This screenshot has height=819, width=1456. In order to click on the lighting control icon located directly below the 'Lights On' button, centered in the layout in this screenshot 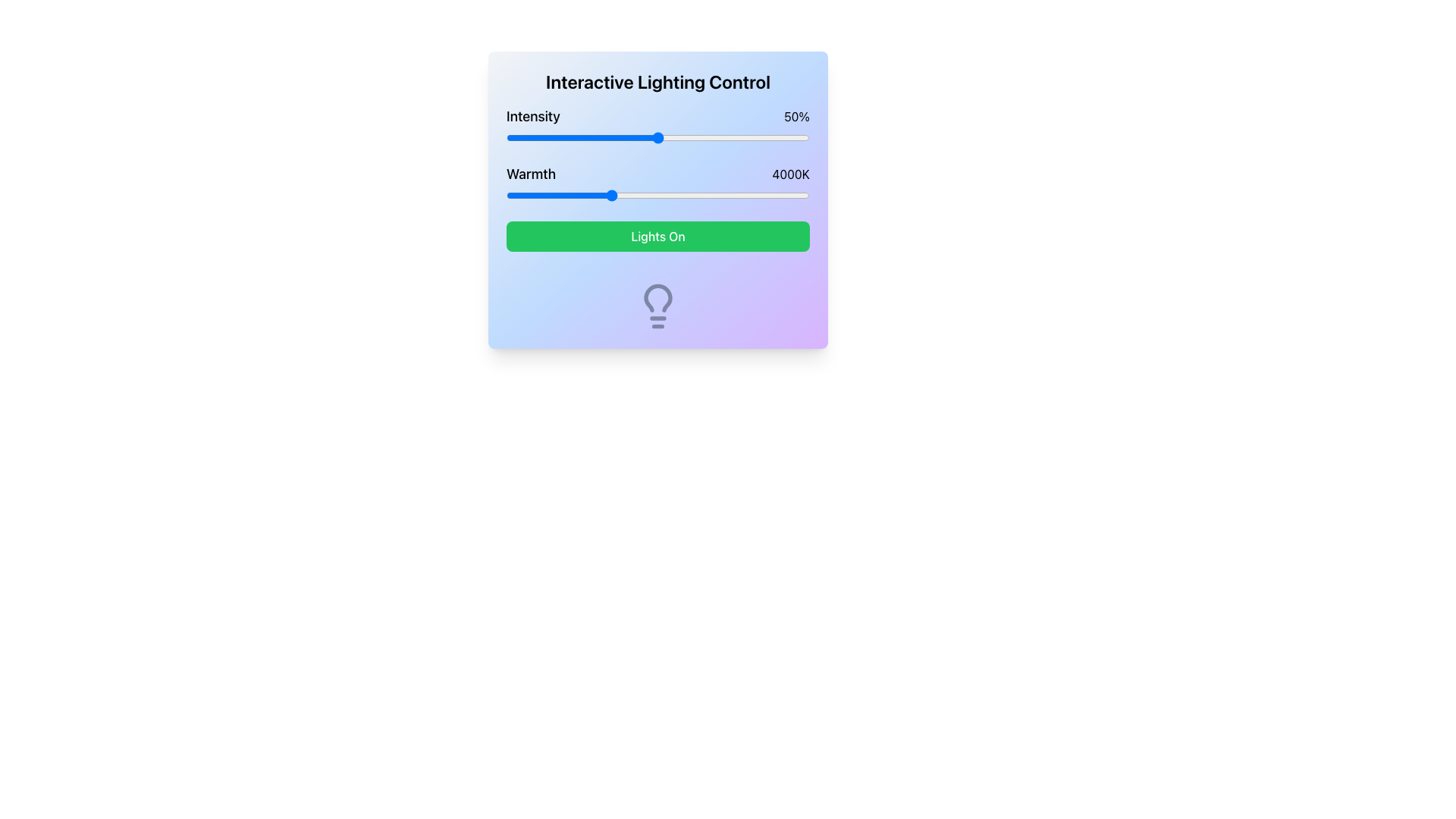, I will do `click(658, 306)`.